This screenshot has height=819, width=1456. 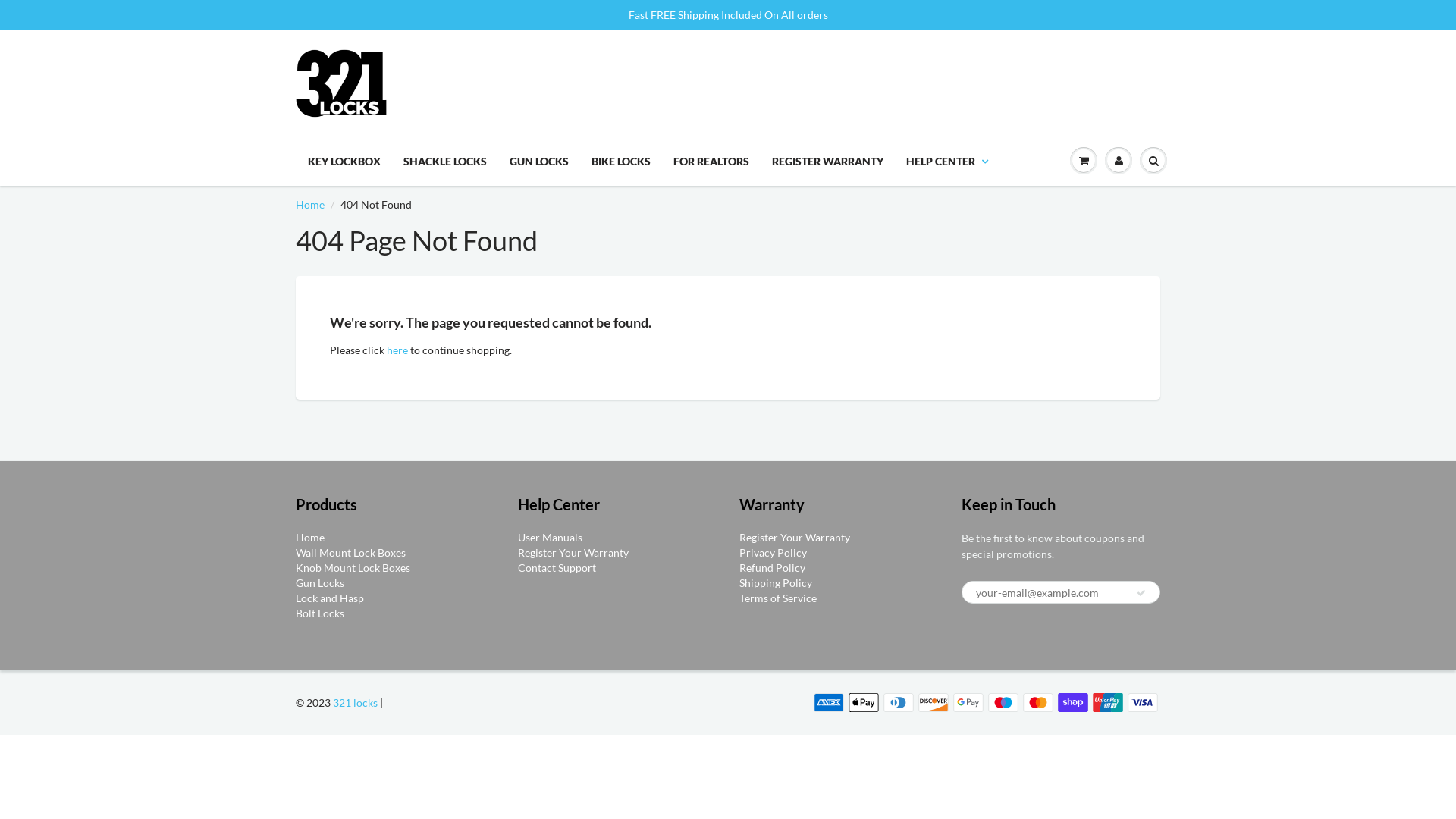 What do you see at coordinates (555, 567) in the screenshot?
I see `'Contact Support'` at bounding box center [555, 567].